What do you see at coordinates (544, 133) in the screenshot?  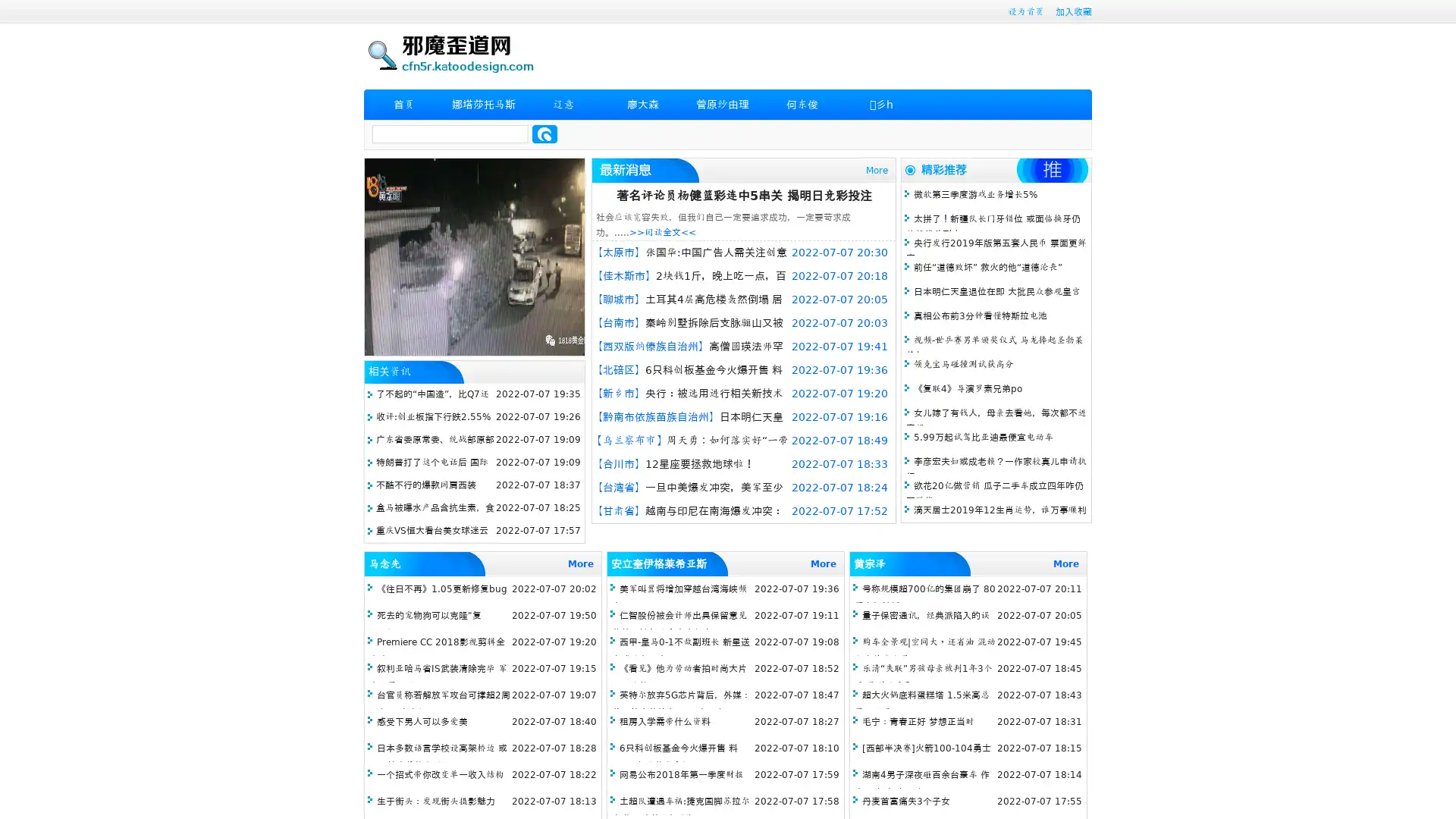 I see `Search` at bounding box center [544, 133].